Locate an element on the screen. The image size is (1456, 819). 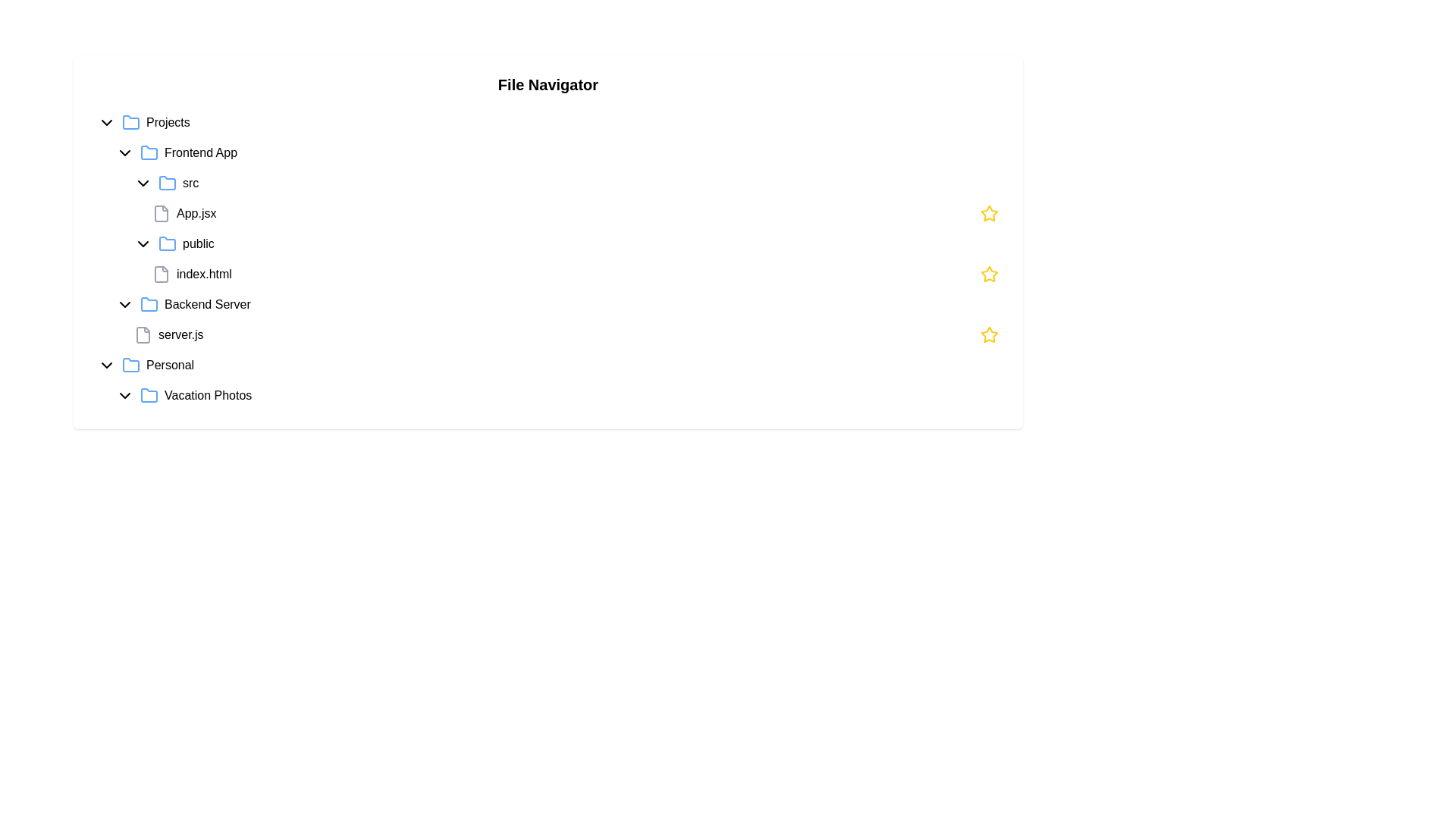
the 'Personal' folder in the Navigational List Item is located at coordinates (548, 366).